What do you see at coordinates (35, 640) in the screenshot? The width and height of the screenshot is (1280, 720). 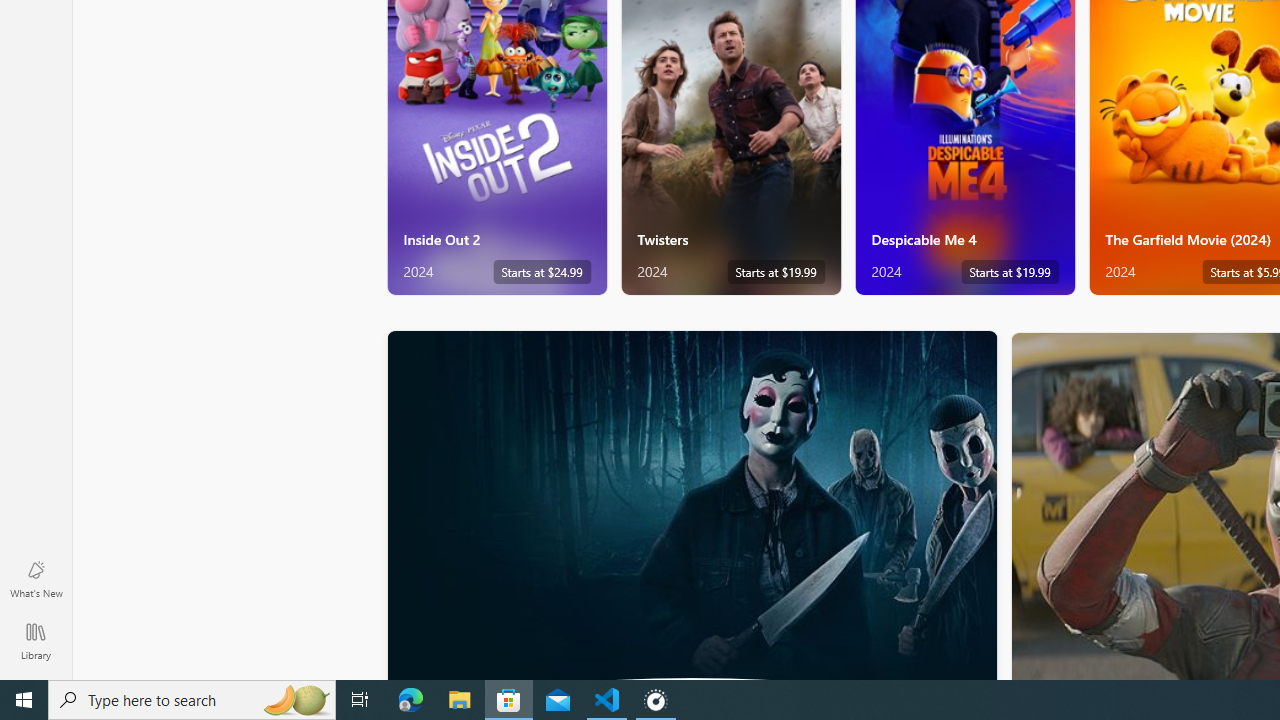 I see `'Library'` at bounding box center [35, 640].